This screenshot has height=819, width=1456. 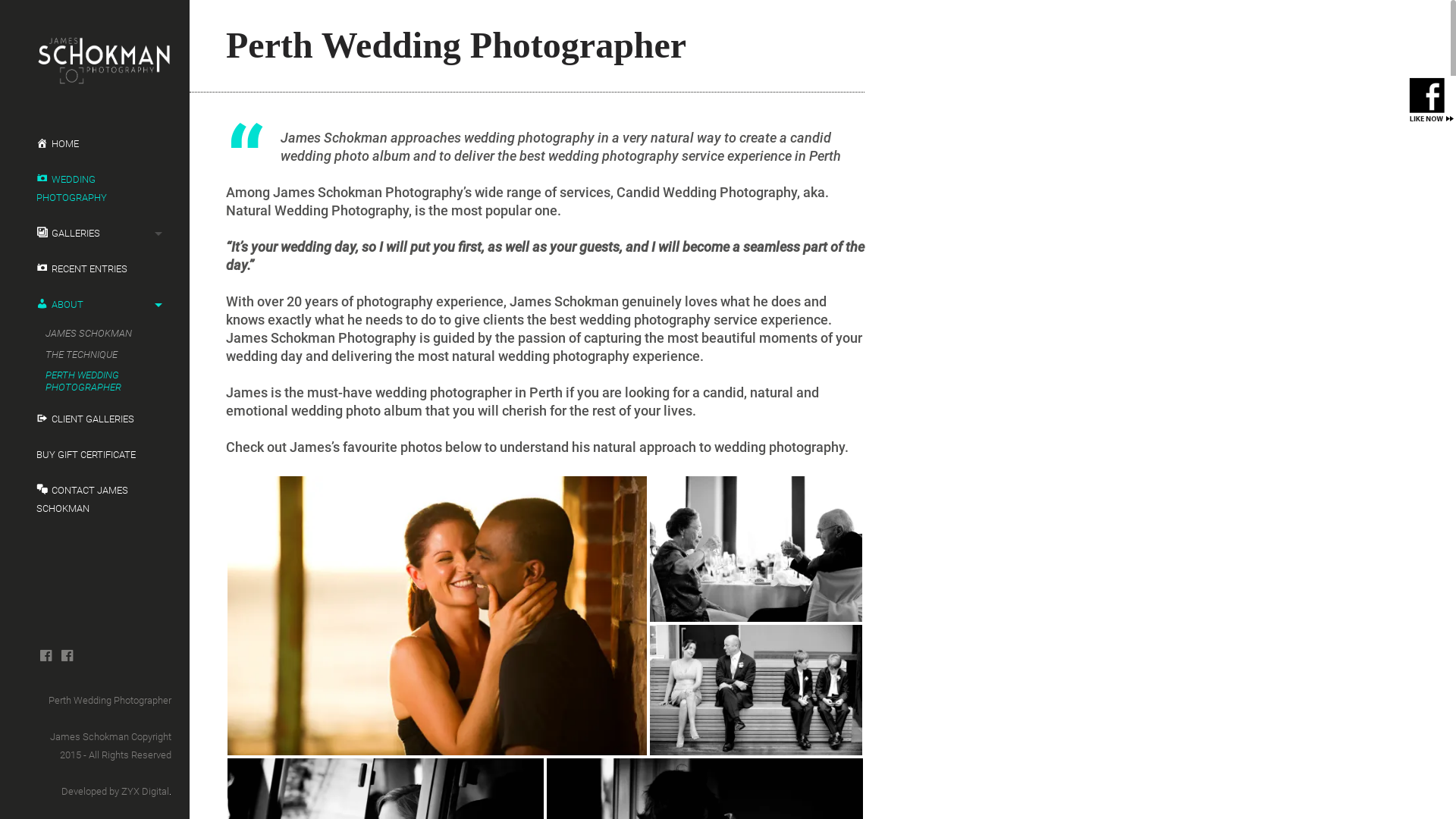 What do you see at coordinates (756, 690) in the screenshot?
I see `'James_schokman_photography_website-118'` at bounding box center [756, 690].